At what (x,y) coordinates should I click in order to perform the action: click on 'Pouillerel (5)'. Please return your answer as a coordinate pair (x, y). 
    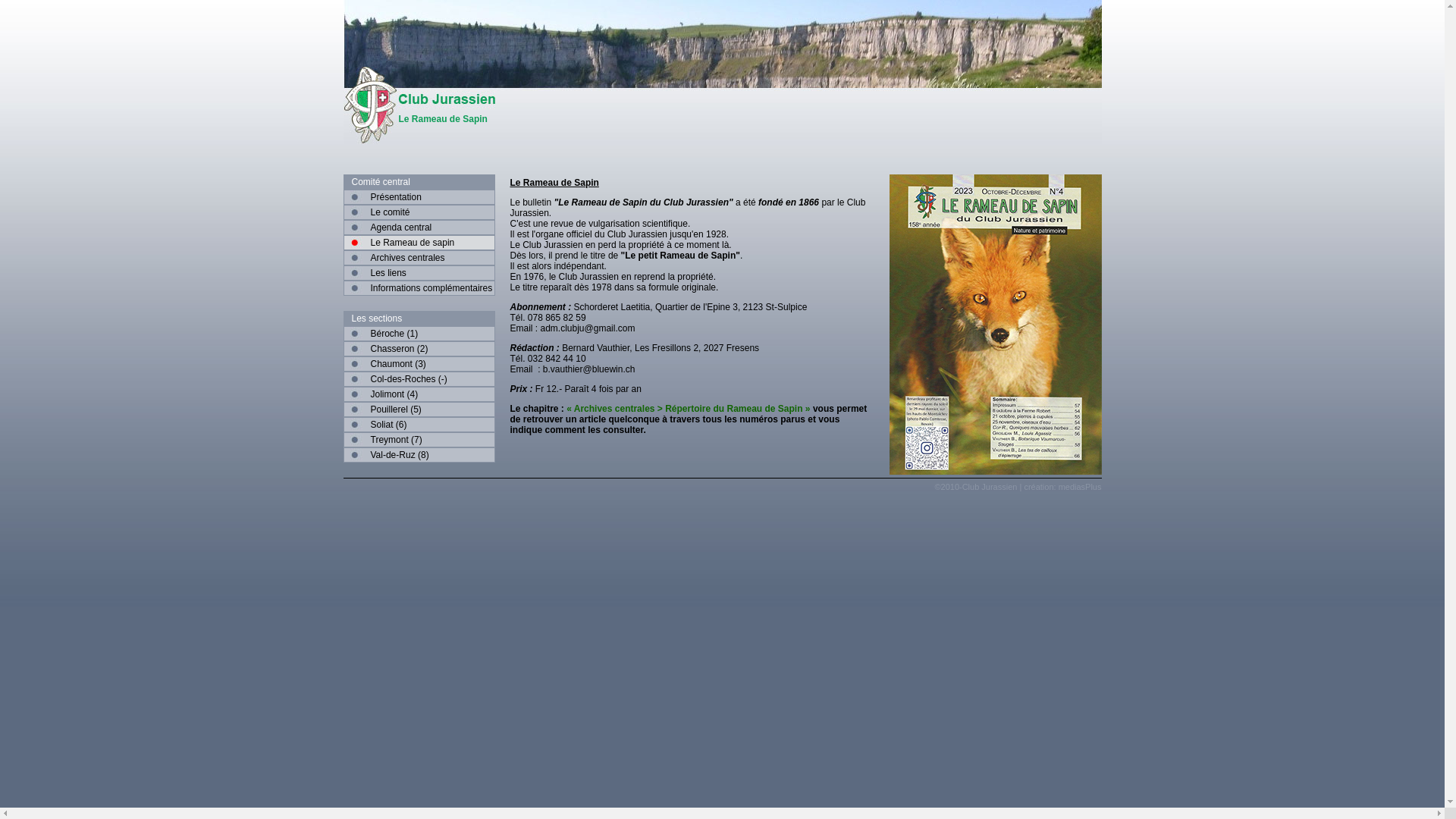
    Looking at the image, I should click on (419, 409).